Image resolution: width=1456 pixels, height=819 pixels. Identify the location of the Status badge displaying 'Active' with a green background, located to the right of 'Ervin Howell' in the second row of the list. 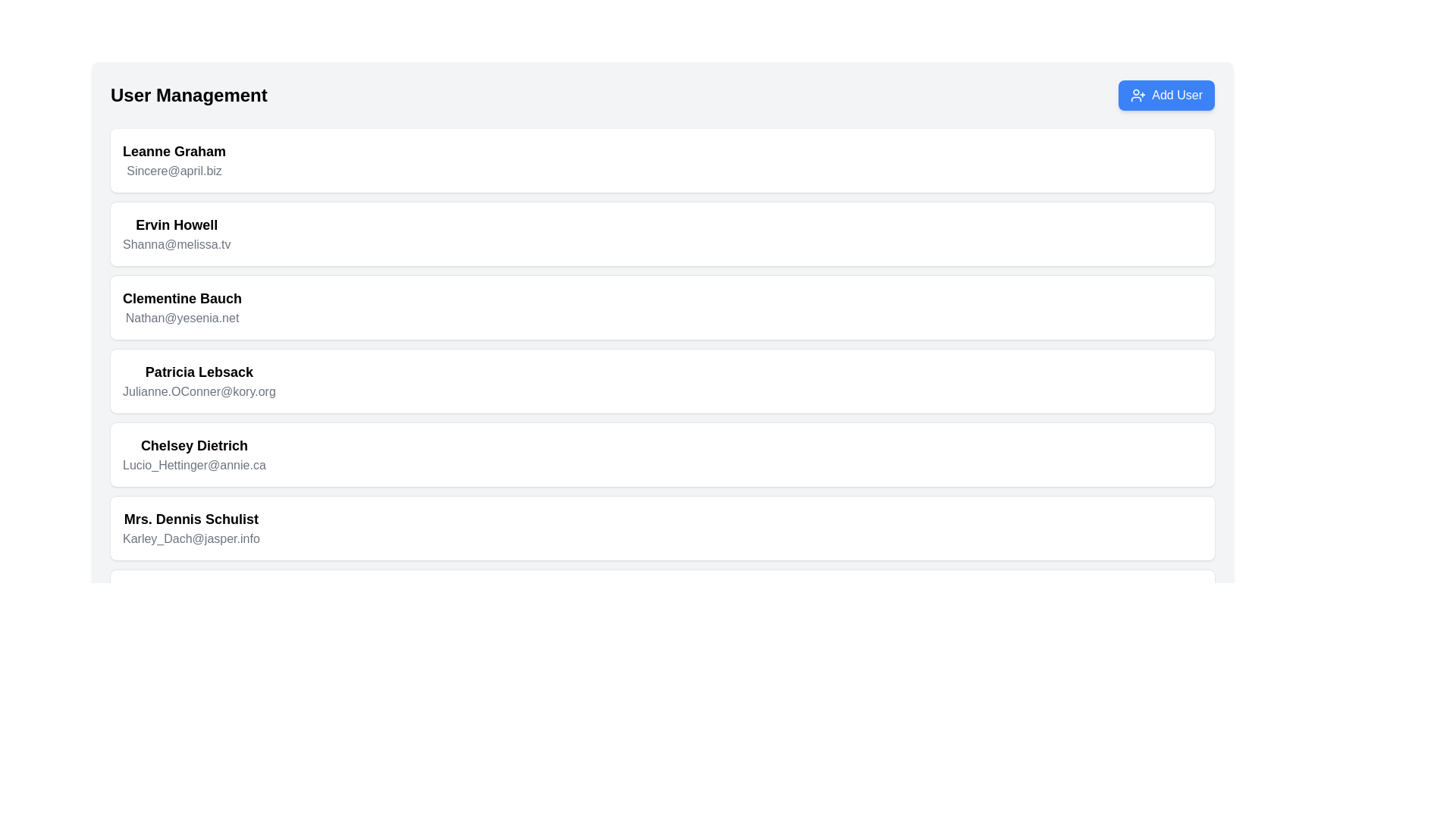
(1178, 234).